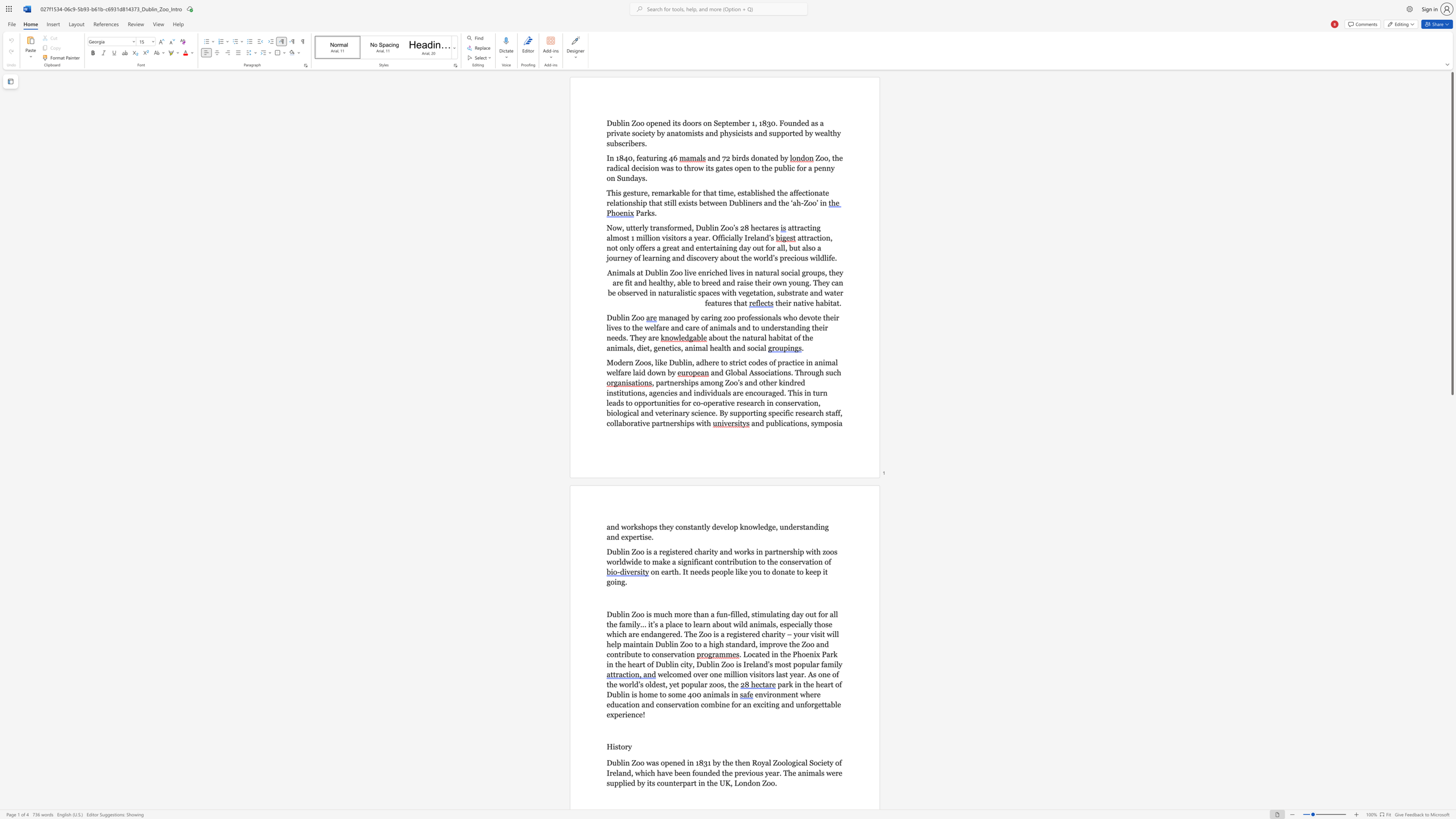 The width and height of the screenshot is (1456, 819). Describe the element at coordinates (706, 362) in the screenshot. I see `the 1th character "h" in the text` at that location.